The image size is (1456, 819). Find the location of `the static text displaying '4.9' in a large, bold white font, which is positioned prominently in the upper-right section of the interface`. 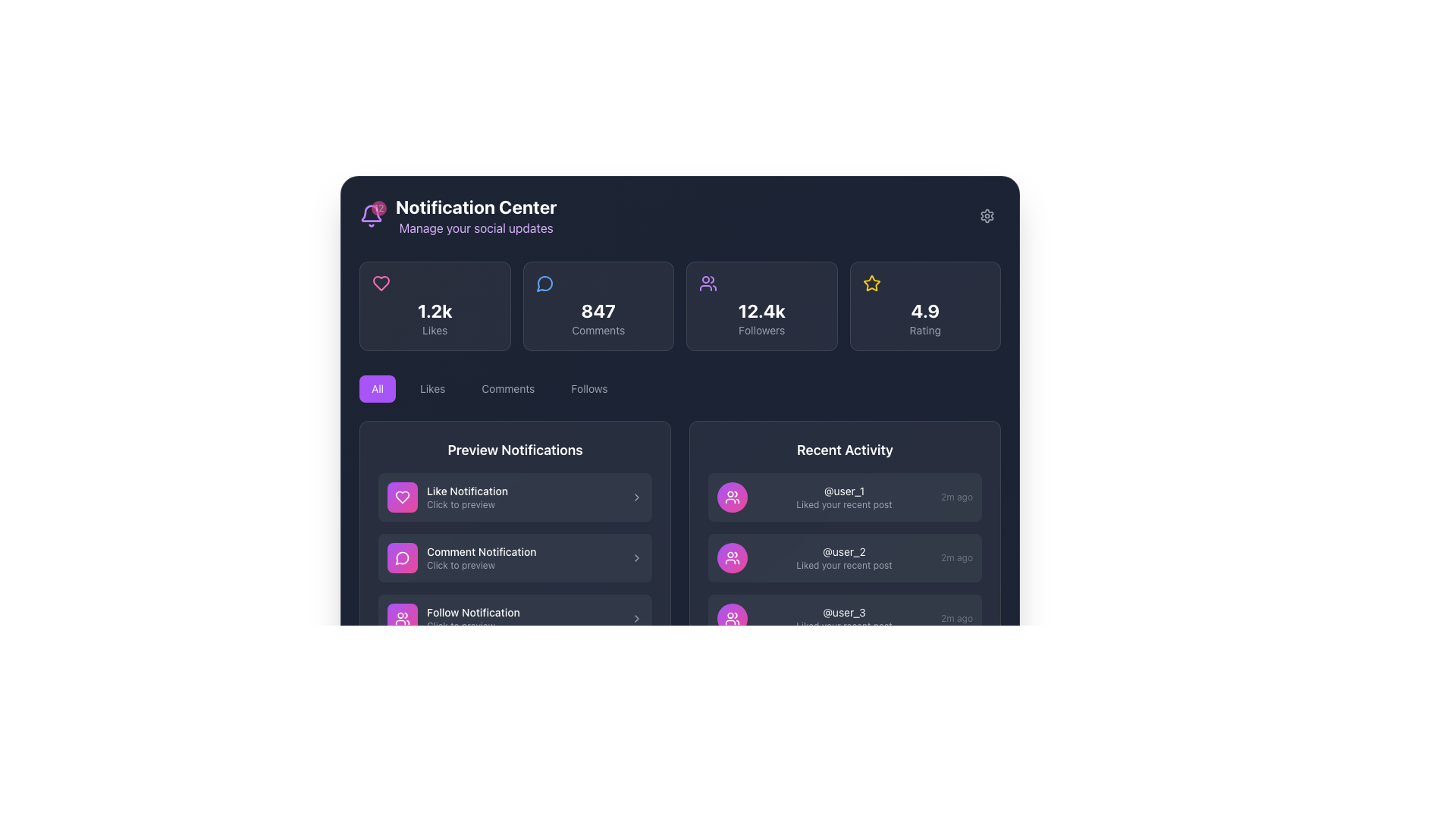

the static text displaying '4.9' in a large, bold white font, which is positioned prominently in the upper-right section of the interface is located at coordinates (924, 309).